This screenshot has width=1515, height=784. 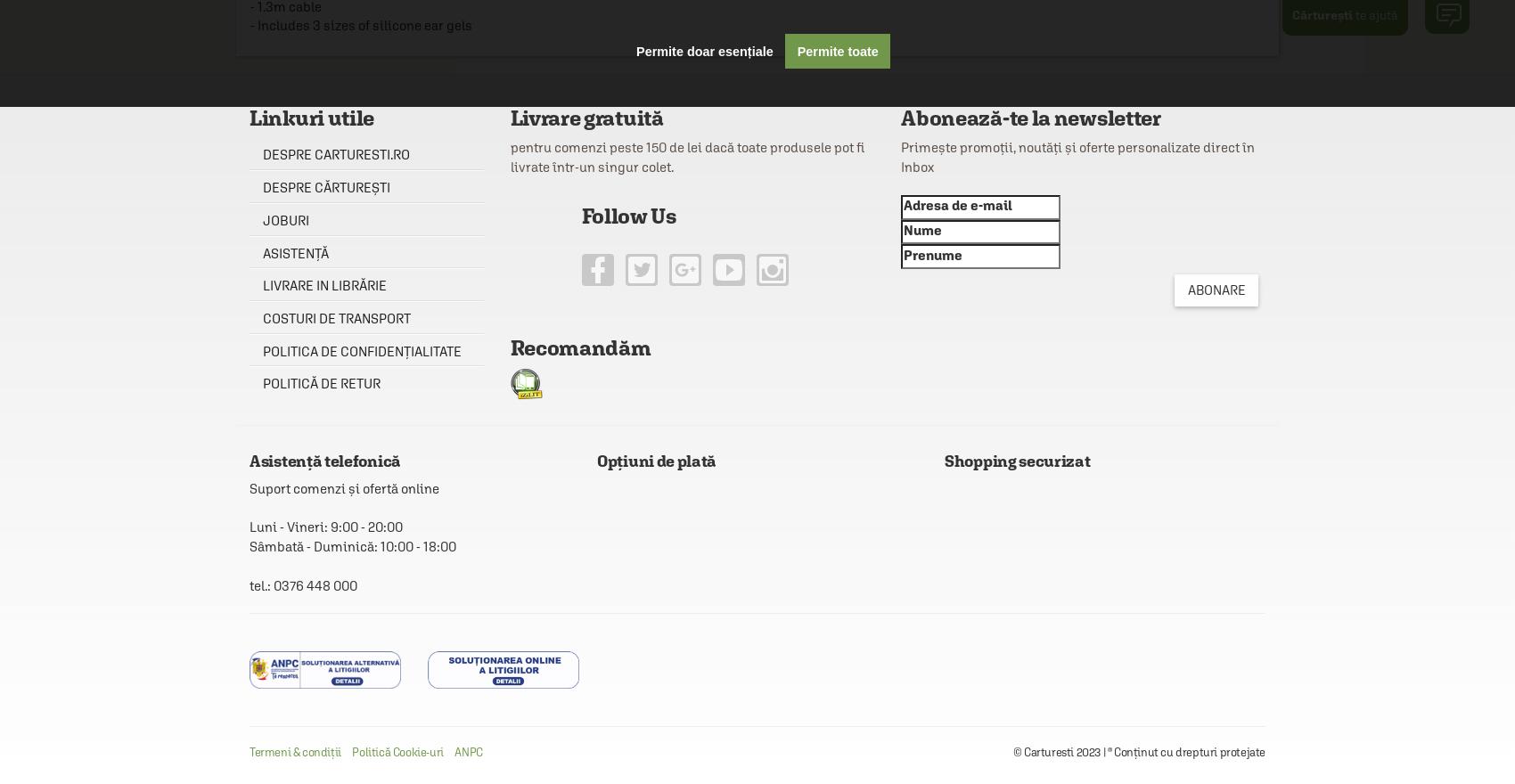 What do you see at coordinates (1321, 13) in the screenshot?
I see `'Cărturești'` at bounding box center [1321, 13].